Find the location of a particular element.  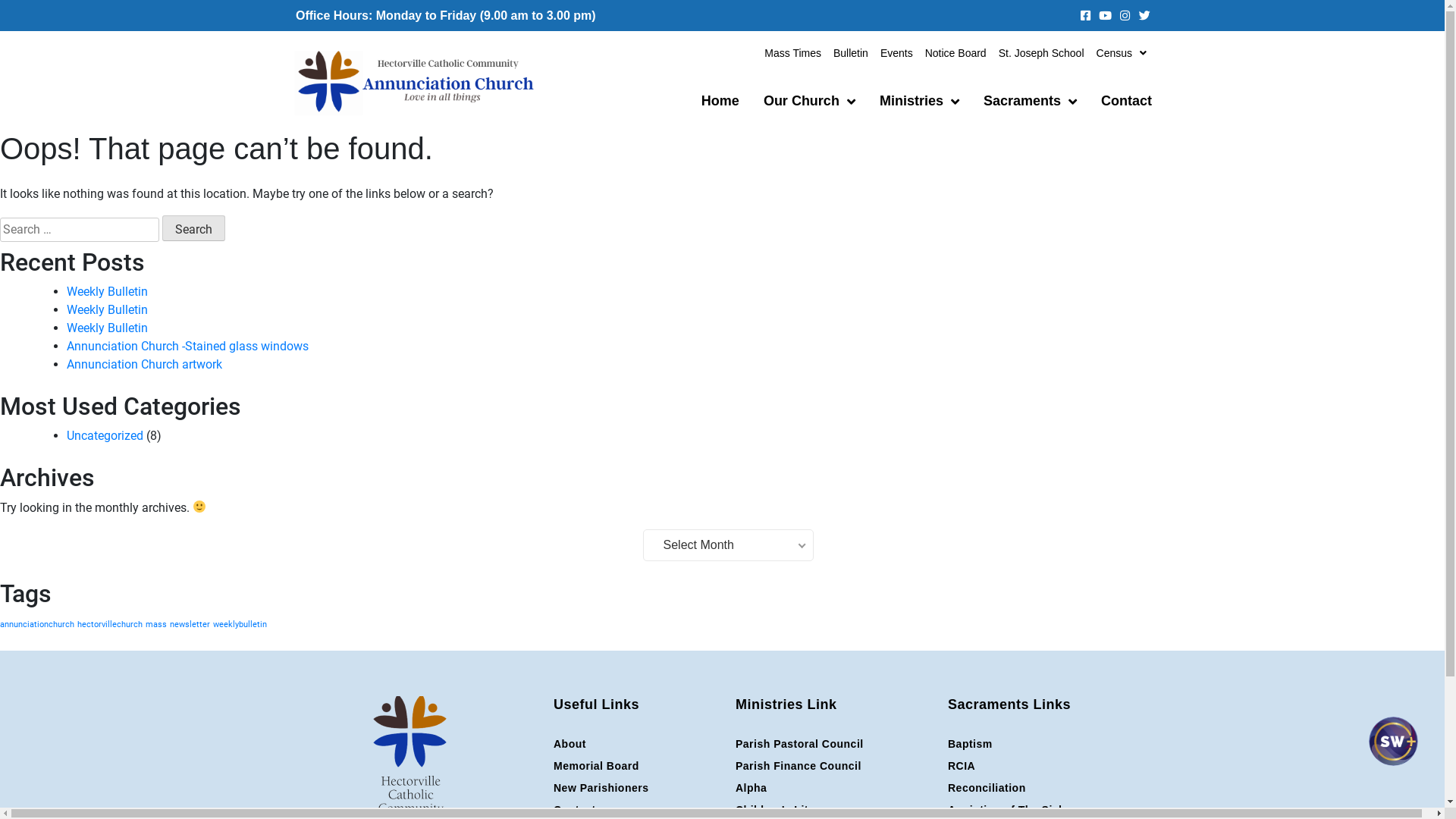

'Reconciliation' is located at coordinates (1046, 787).